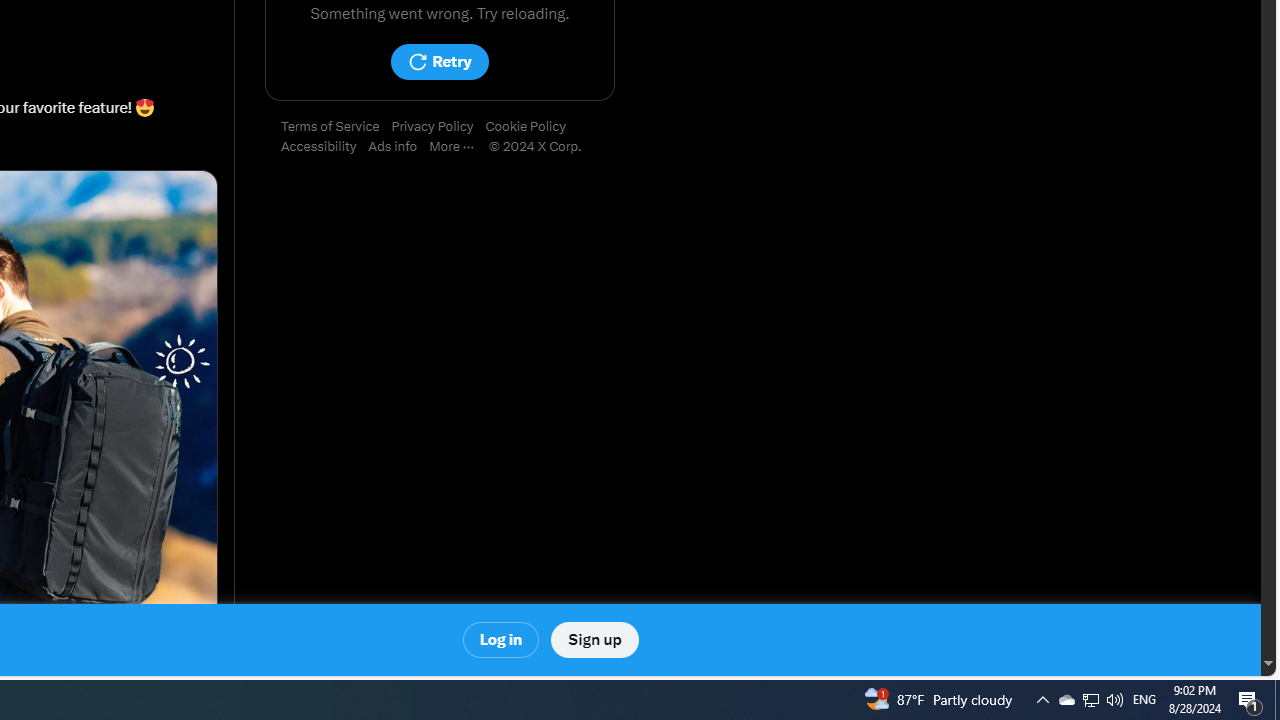 Image resolution: width=1280 pixels, height=720 pixels. Describe the element at coordinates (457, 146) in the screenshot. I see `'More'` at that location.